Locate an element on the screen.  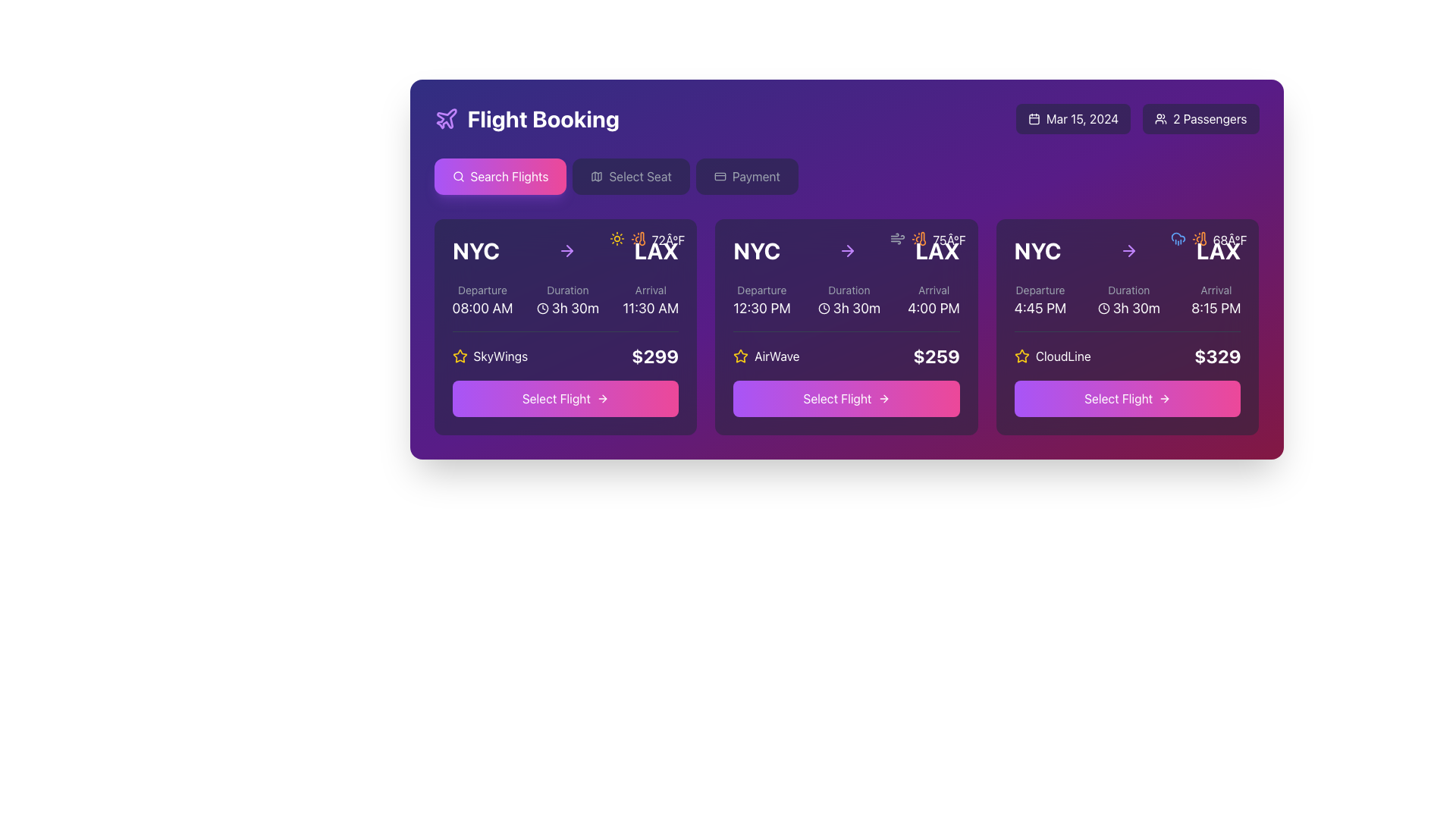
the flight information card featuring departure and arrival locations, airline identifier, and price, positioned as the middle card in the 'Flight Booking' section is located at coordinates (846, 326).